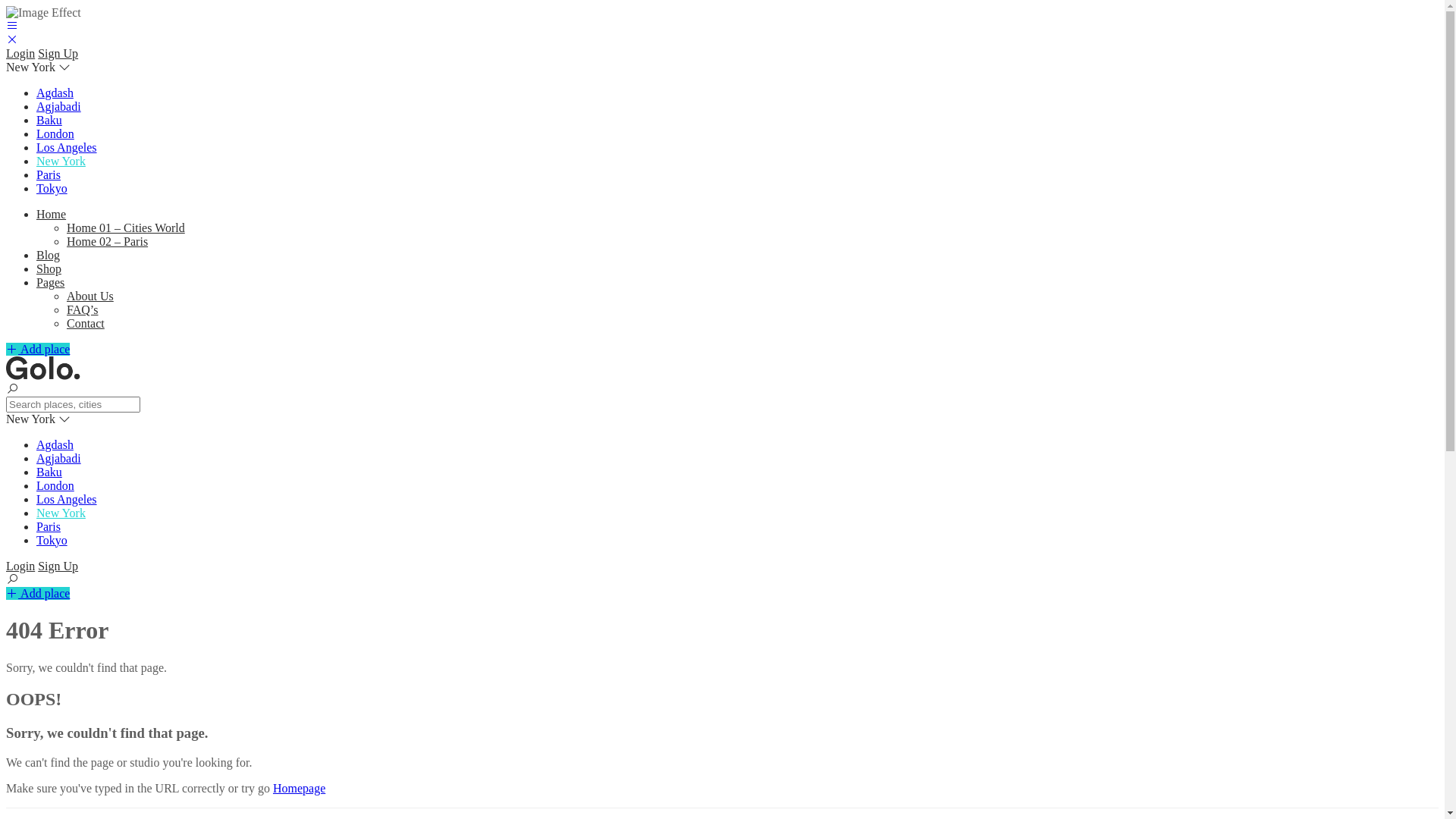 The image size is (1456, 819). I want to click on 'New York', so click(61, 512).